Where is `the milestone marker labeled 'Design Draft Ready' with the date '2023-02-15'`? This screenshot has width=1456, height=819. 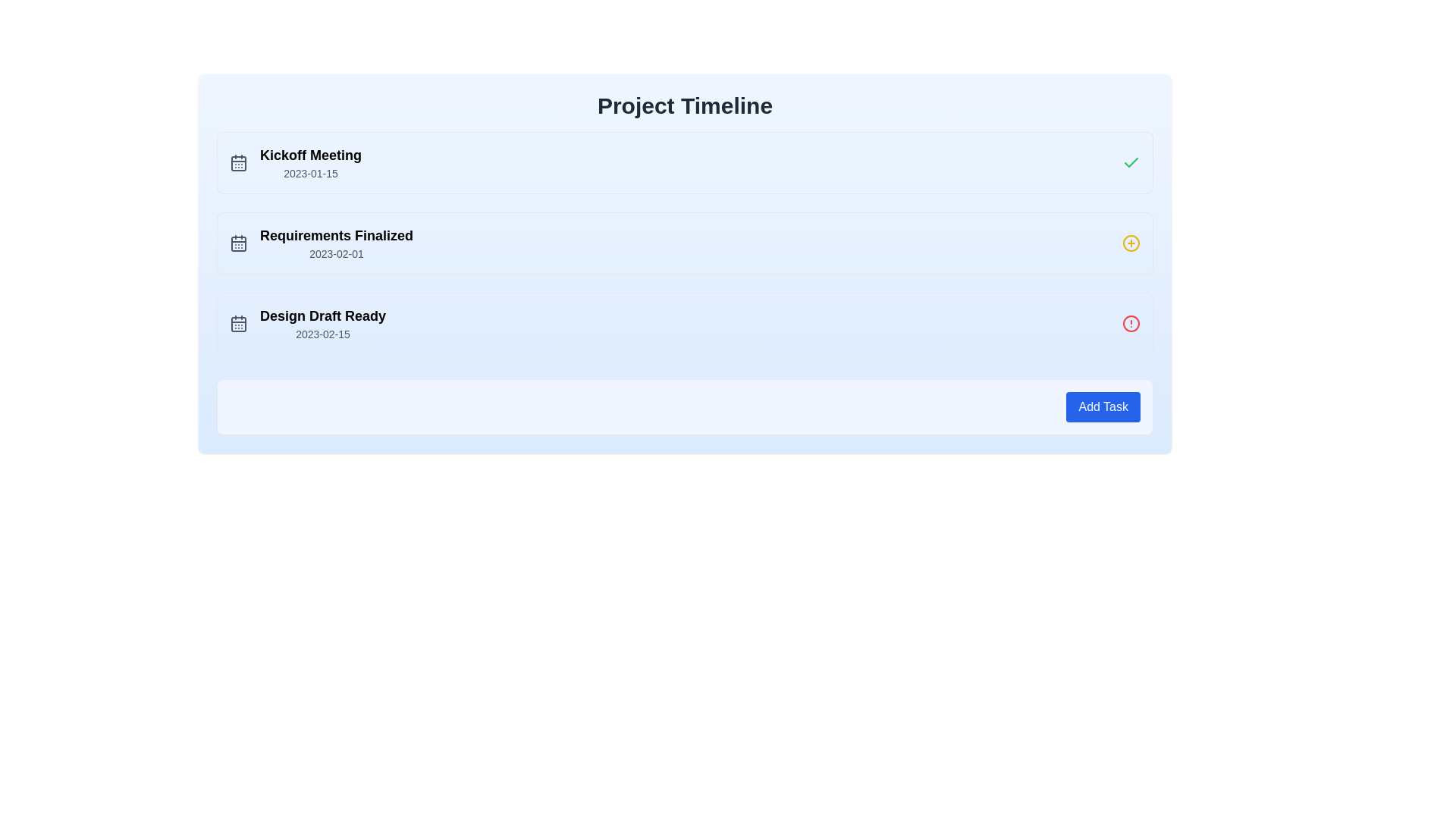 the milestone marker labeled 'Design Draft Ready' with the date '2023-02-15' is located at coordinates (684, 323).